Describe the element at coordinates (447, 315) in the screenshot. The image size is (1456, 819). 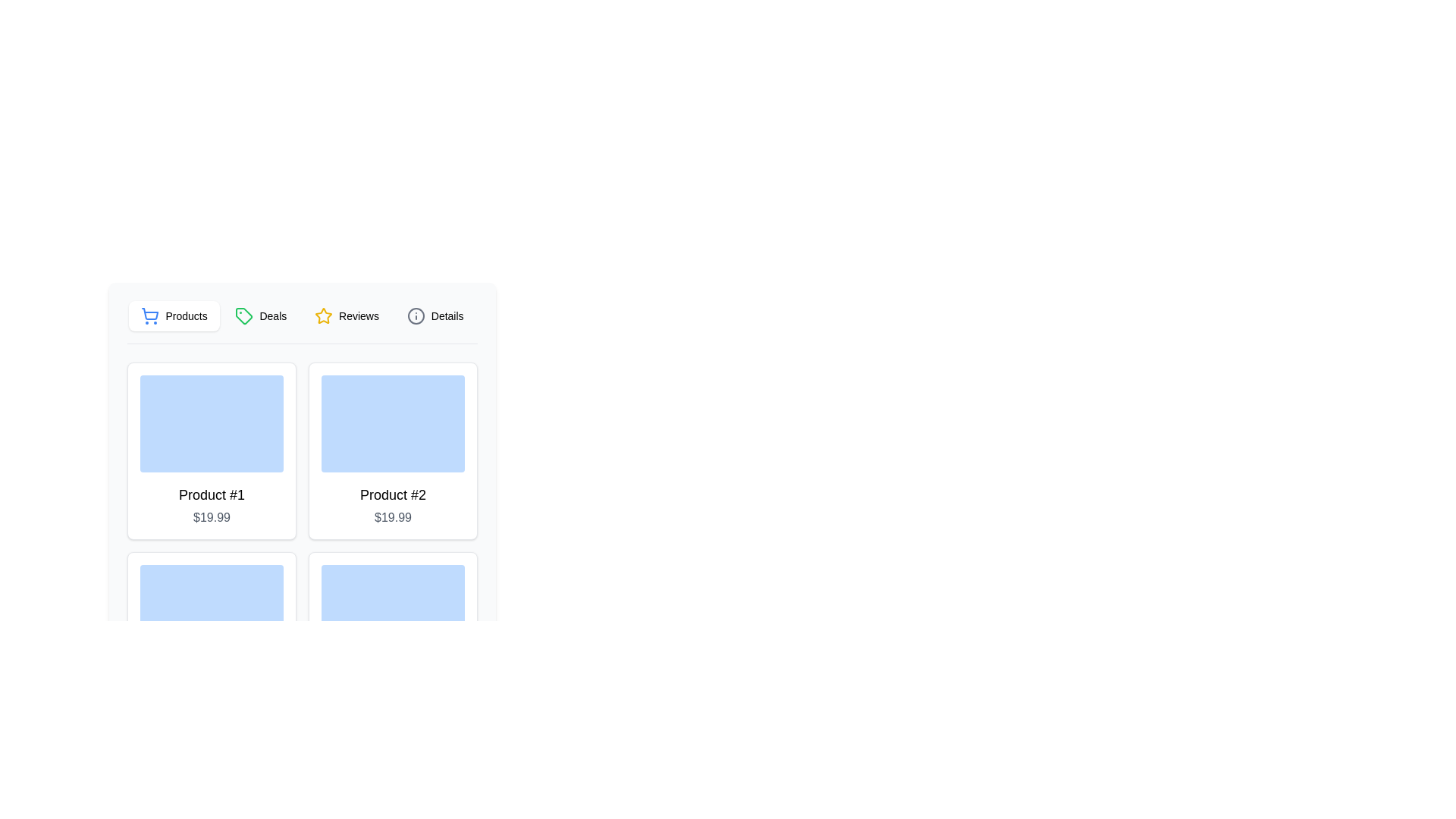
I see `displayed text of the 'Details' label in the navigation menu, located to the far right of the horizontal navigation row` at that location.